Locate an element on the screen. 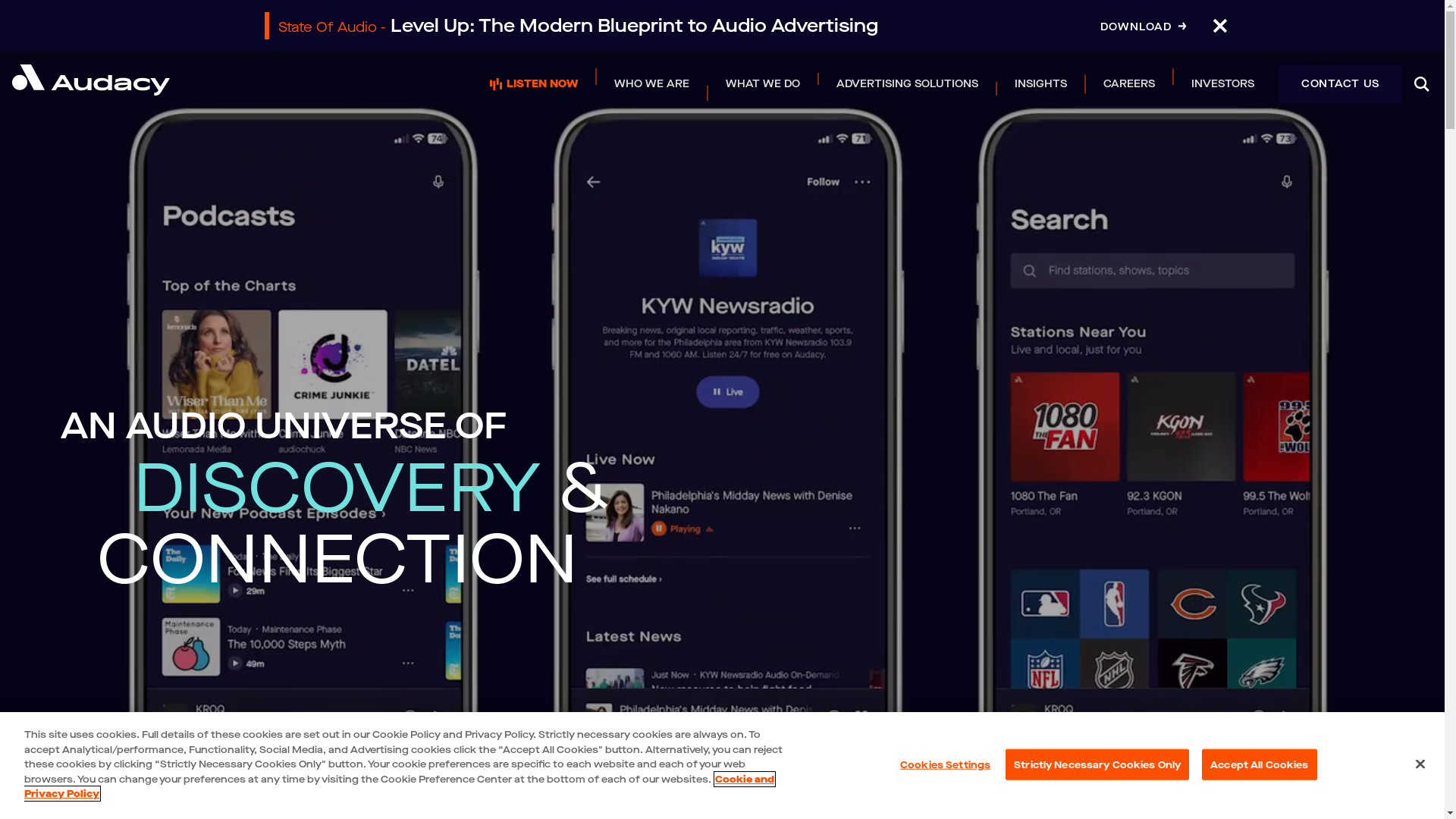  'DOWNLOAD' is located at coordinates (1143, 27).